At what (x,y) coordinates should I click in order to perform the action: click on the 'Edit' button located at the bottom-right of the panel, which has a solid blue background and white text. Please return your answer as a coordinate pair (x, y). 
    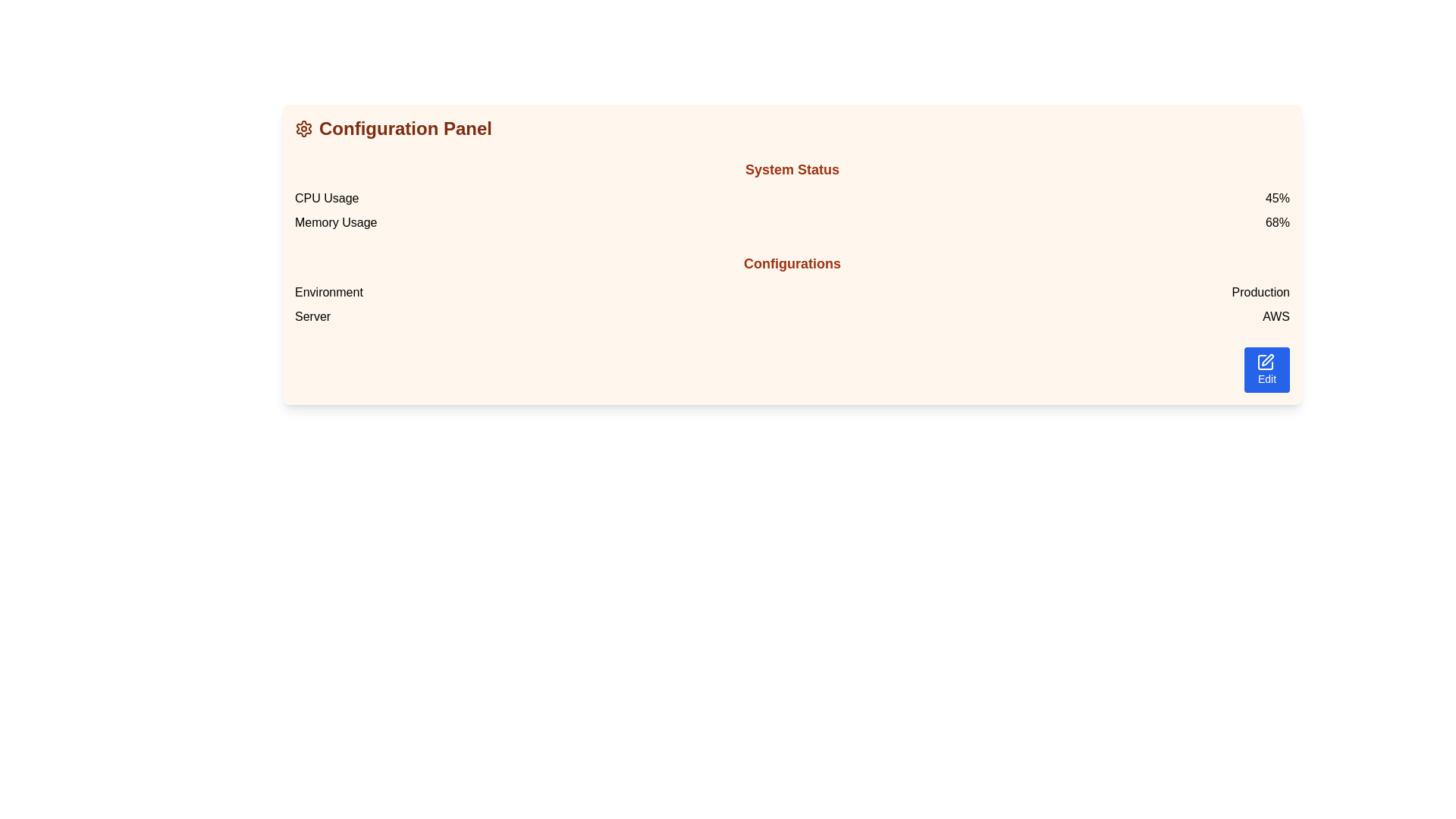
    Looking at the image, I should click on (1266, 369).